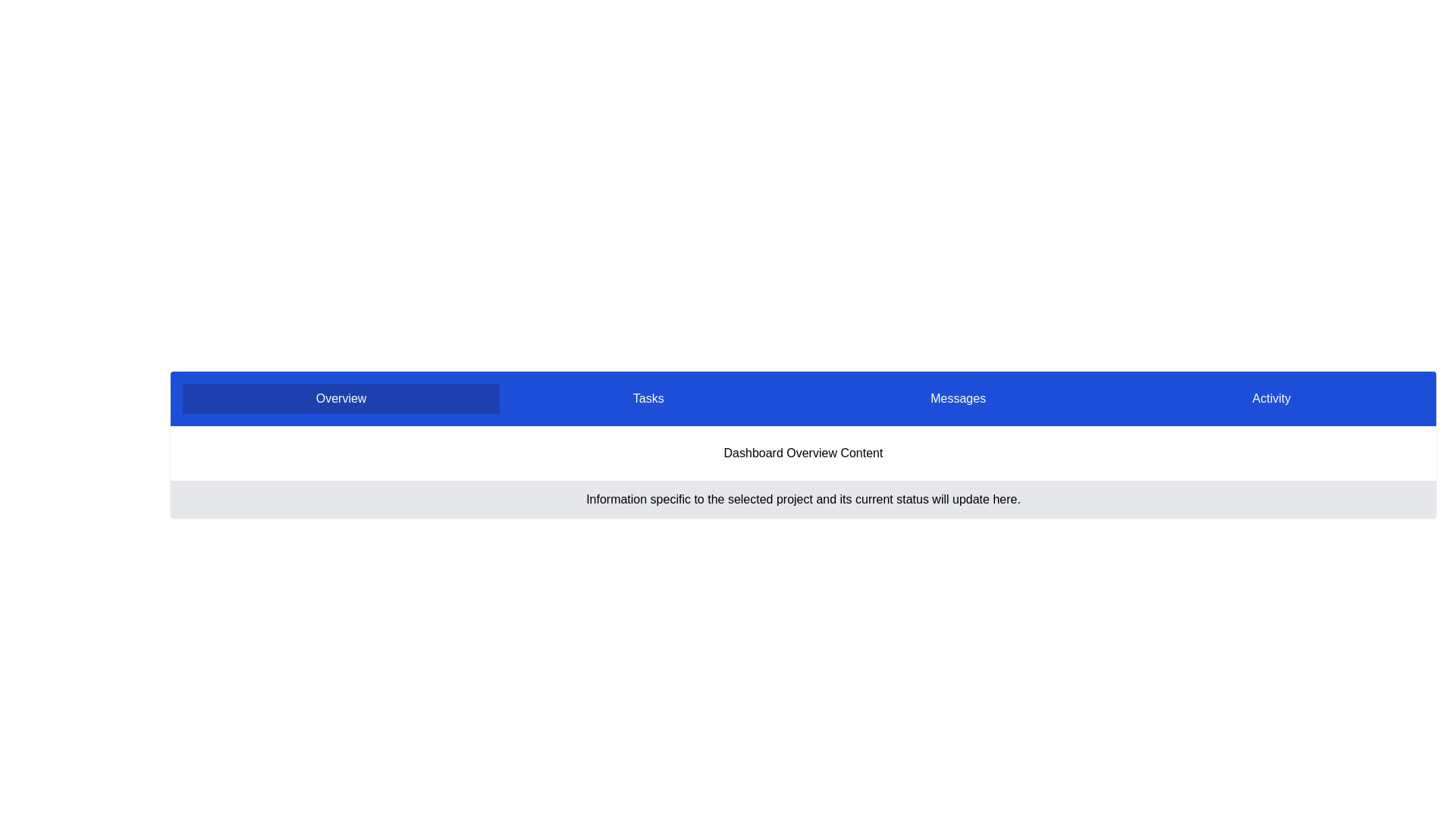 The width and height of the screenshot is (1456, 819). What do you see at coordinates (956, 397) in the screenshot?
I see `the tab labeled 'Messages'` at bounding box center [956, 397].